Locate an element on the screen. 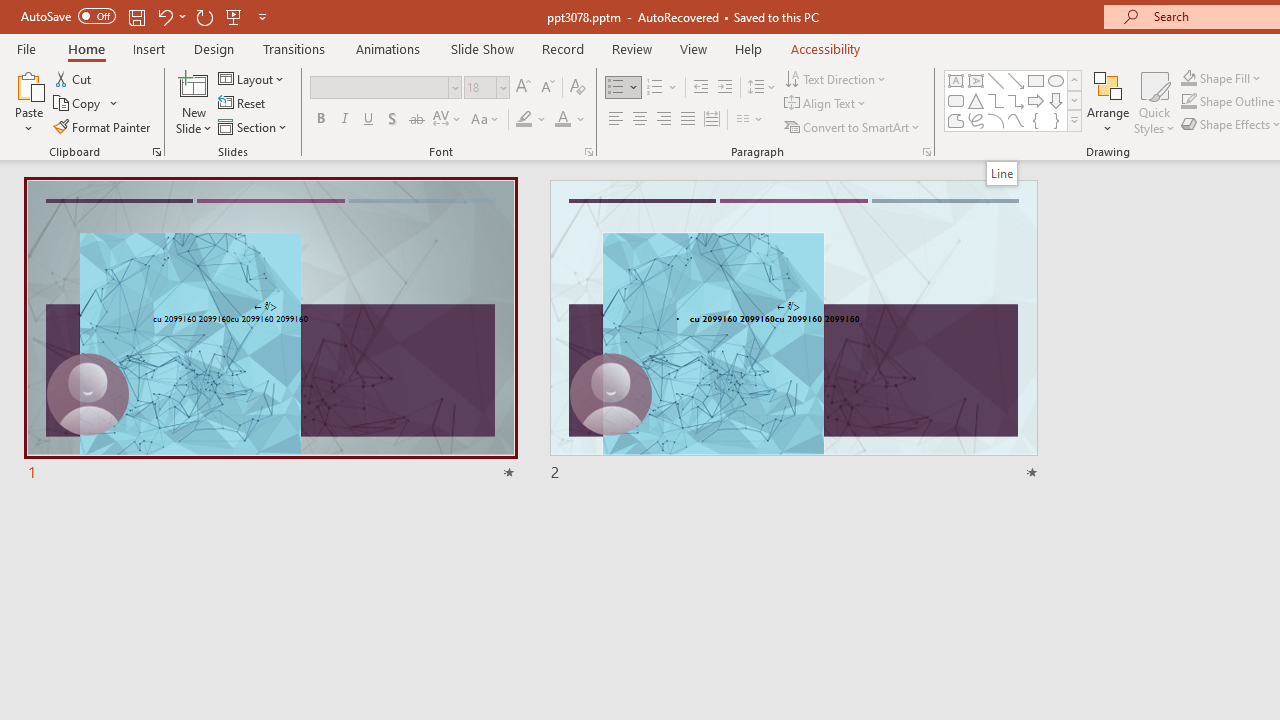 This screenshot has height=720, width=1280. 'Line Arrow' is located at coordinates (1016, 80).